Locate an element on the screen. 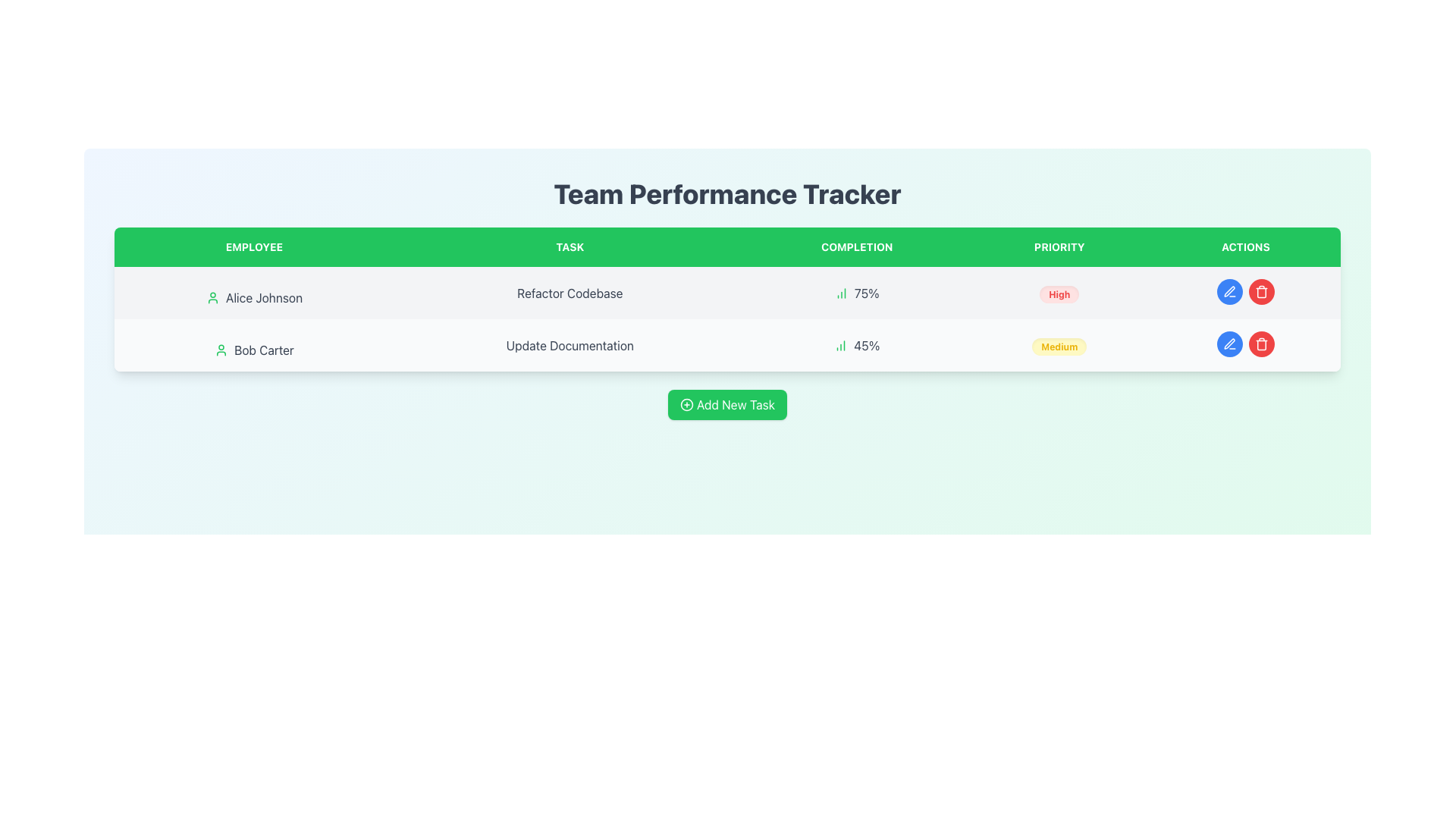  text content of the Progress indicator displaying the completion percentage for the task 'Refactor Codebase' performed by 'Alice Johnson', located in the third column labeled 'COMPLETION' in the performance tracker is located at coordinates (857, 293).